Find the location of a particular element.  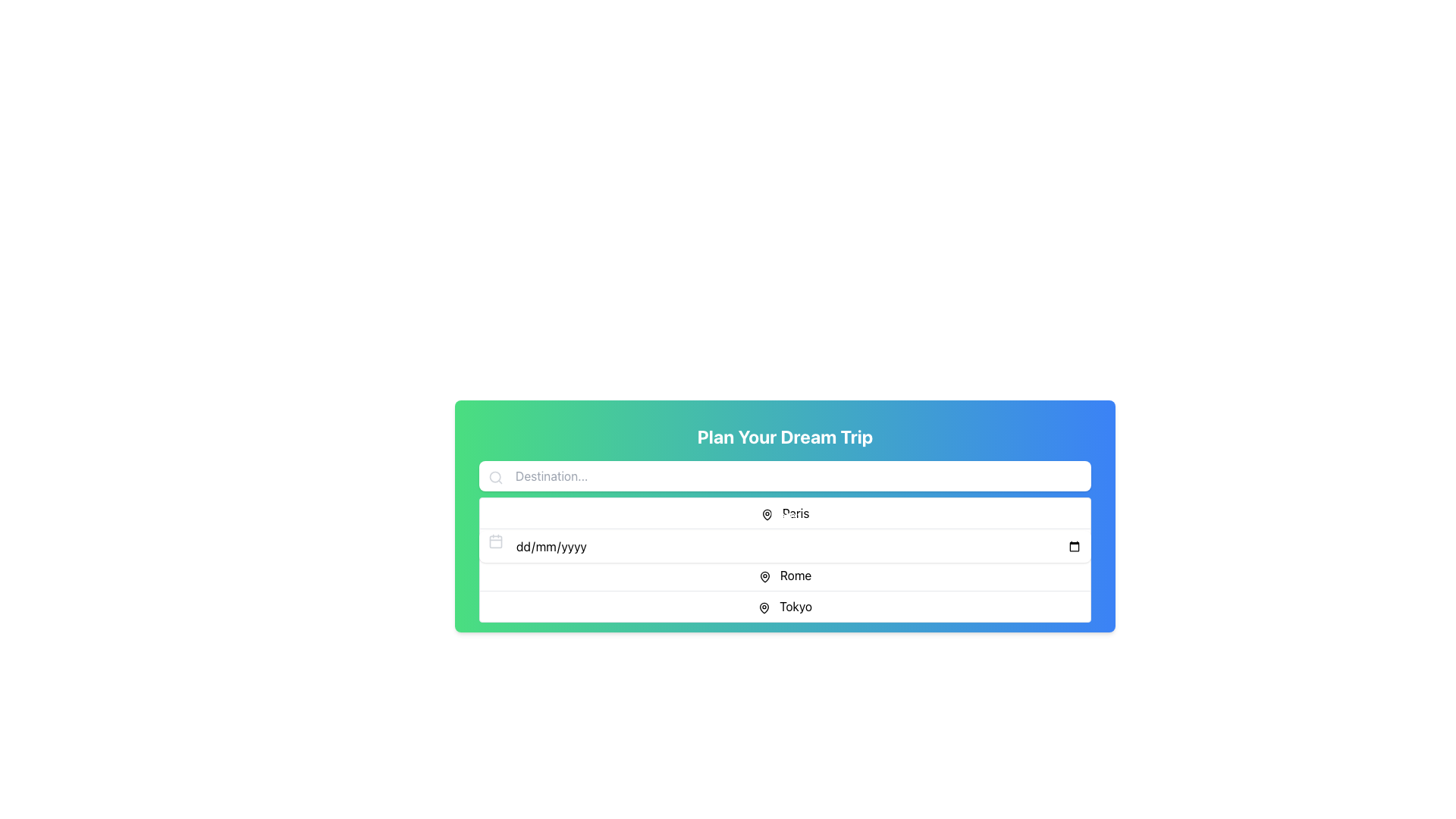

the SVG icon resembling a location pin located in the second row next to the text 'Rome' is located at coordinates (764, 607).